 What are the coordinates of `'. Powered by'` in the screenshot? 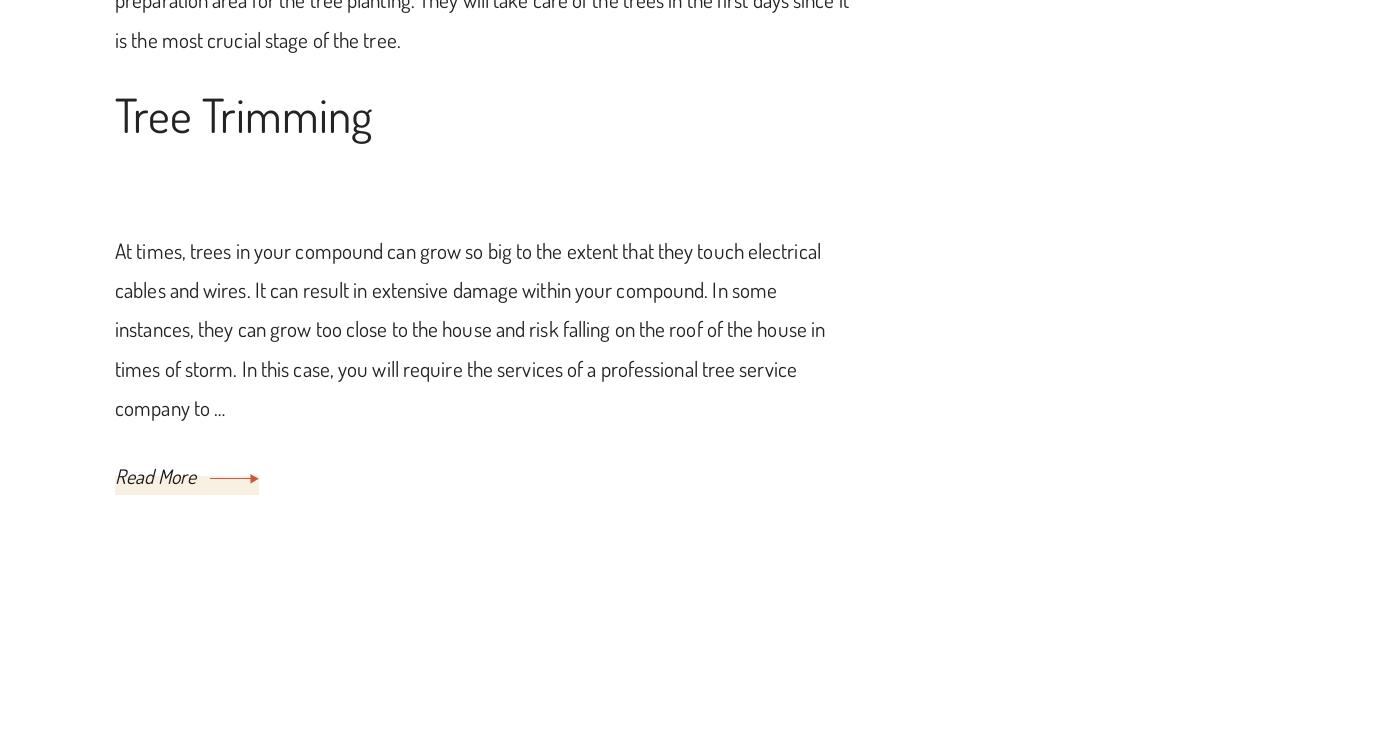 It's located at (1016, 709).